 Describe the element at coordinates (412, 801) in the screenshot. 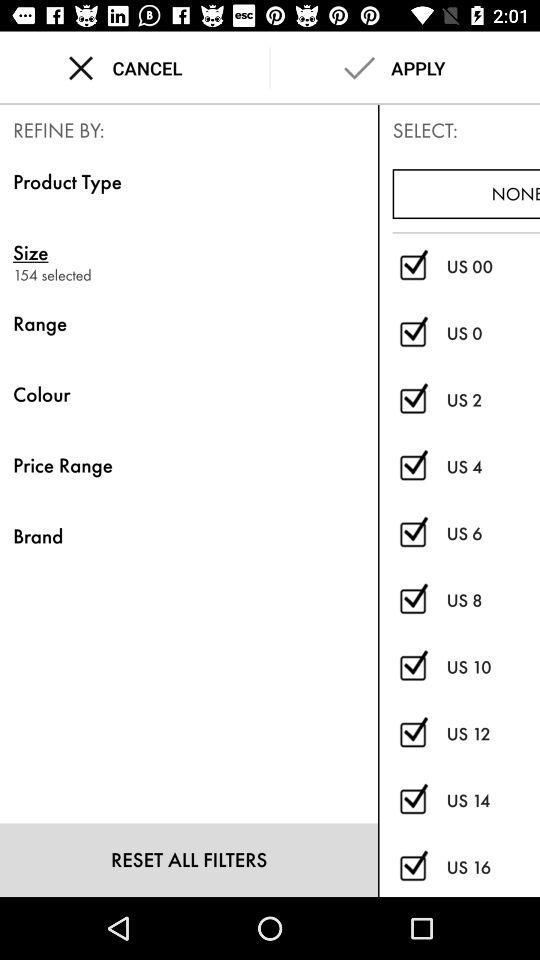

I see `the box` at that location.